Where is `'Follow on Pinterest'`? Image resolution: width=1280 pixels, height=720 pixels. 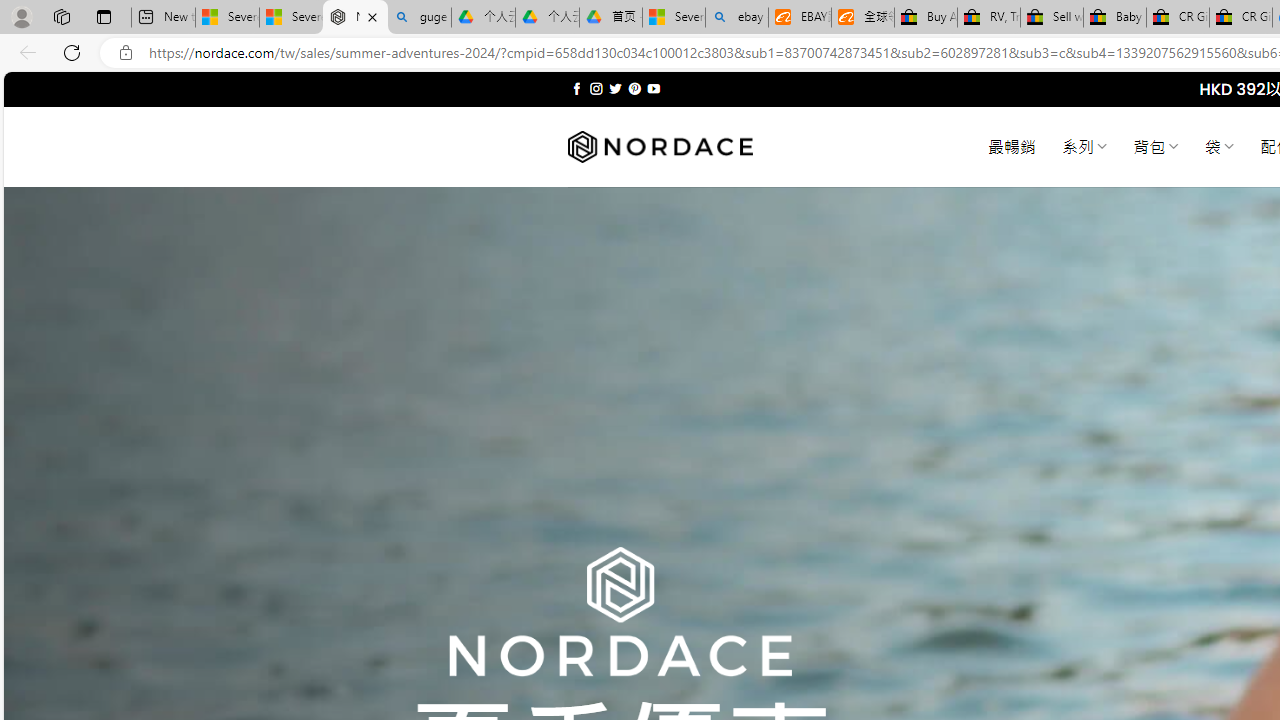
'Follow on Pinterest' is located at coordinates (633, 88).